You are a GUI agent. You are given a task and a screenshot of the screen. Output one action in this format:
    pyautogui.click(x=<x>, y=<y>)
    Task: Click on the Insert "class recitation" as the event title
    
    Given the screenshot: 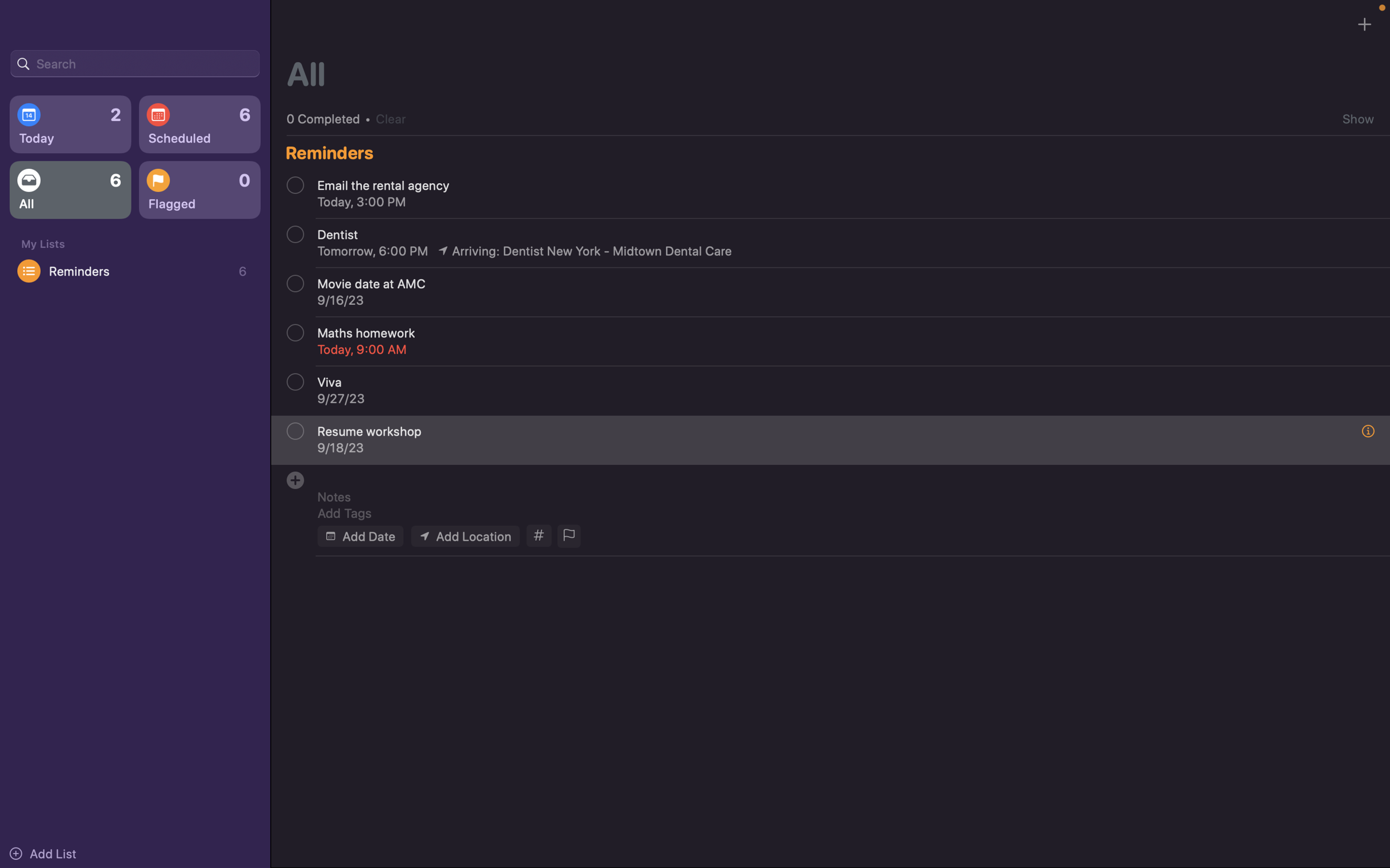 What is the action you would take?
    pyautogui.click(x=836, y=476)
    